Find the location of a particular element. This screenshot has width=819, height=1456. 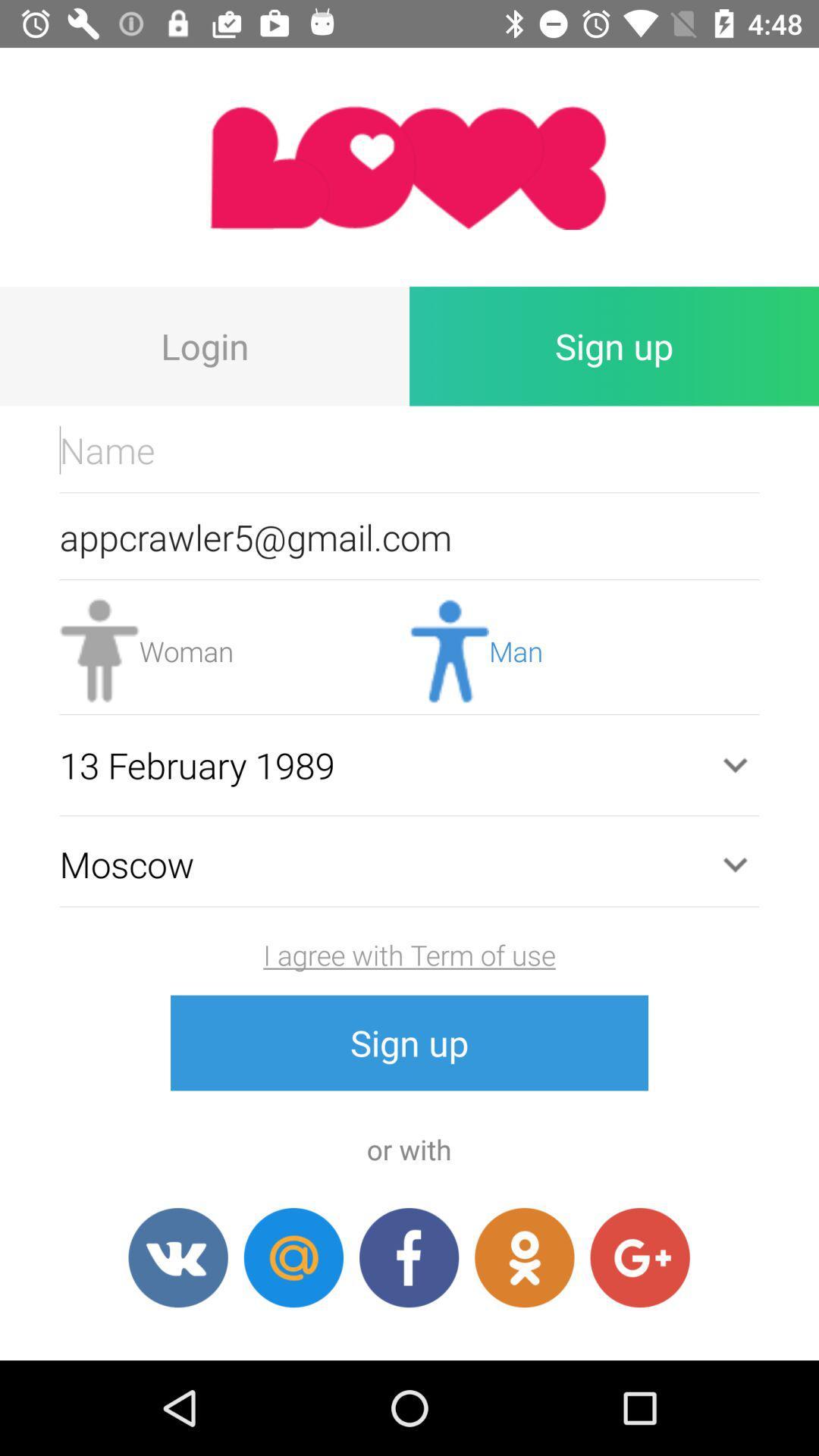

sign in with vk is located at coordinates (177, 1257).